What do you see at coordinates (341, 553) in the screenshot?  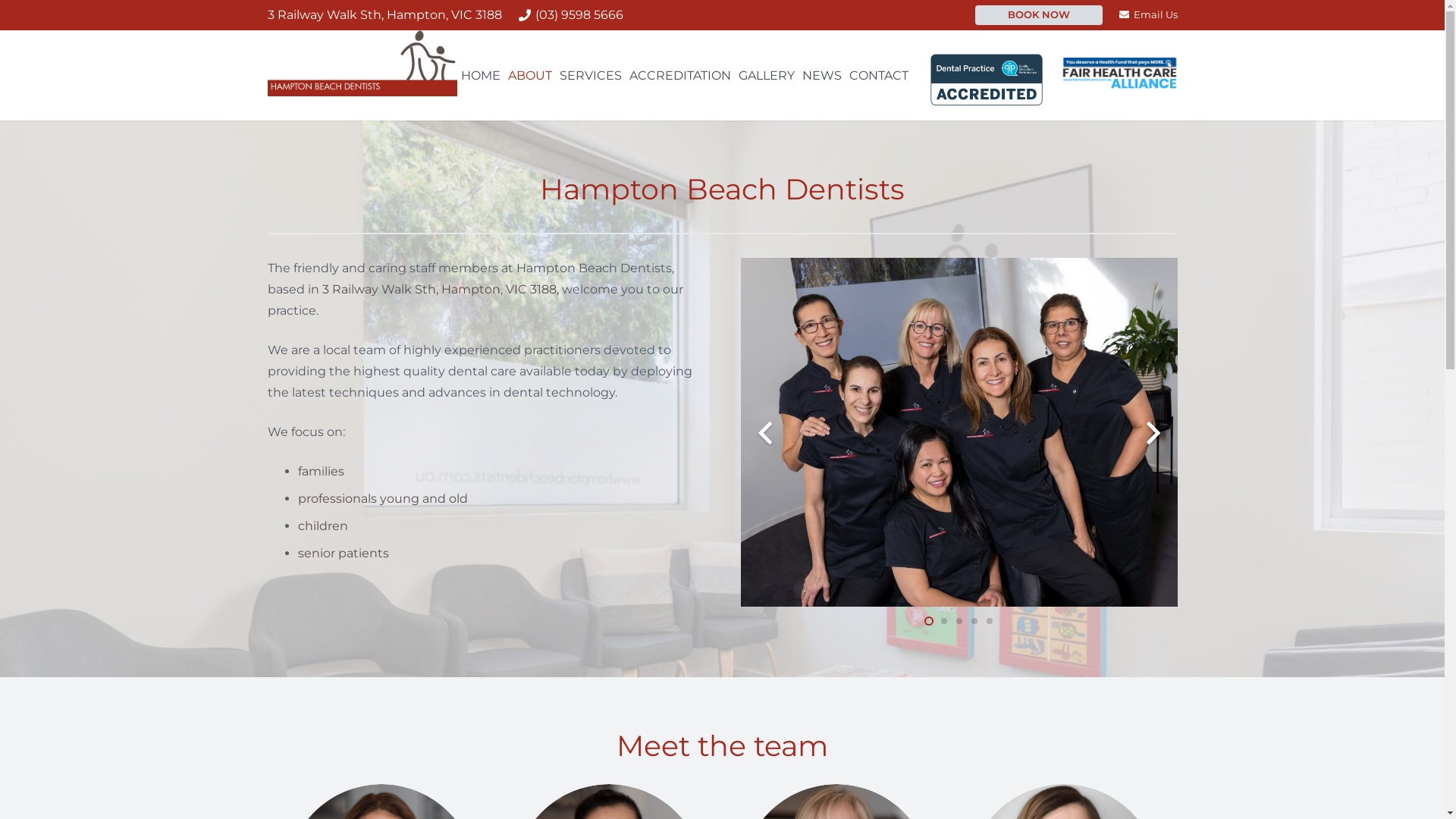 I see `'senior patients'` at bounding box center [341, 553].